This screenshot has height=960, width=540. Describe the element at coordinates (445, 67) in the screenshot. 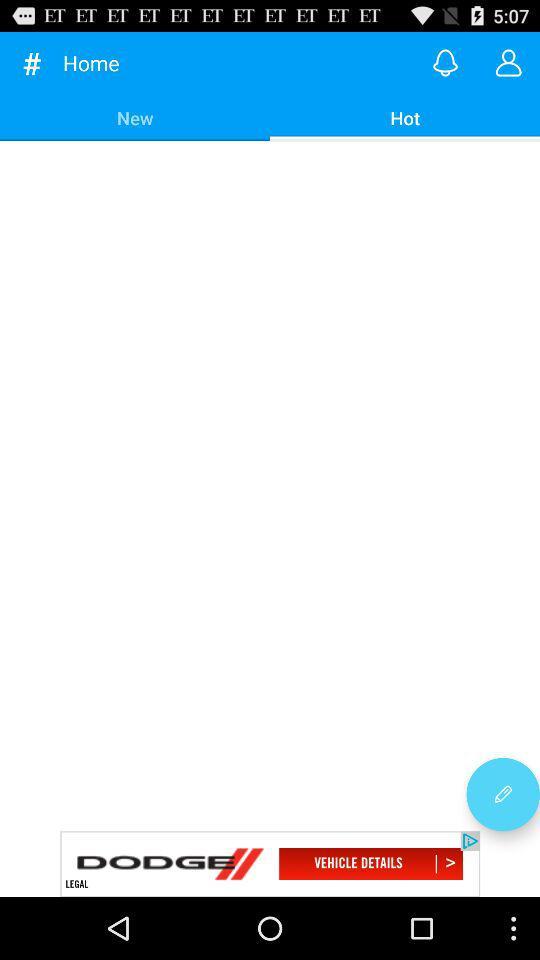

I see `the notifications icon` at that location.